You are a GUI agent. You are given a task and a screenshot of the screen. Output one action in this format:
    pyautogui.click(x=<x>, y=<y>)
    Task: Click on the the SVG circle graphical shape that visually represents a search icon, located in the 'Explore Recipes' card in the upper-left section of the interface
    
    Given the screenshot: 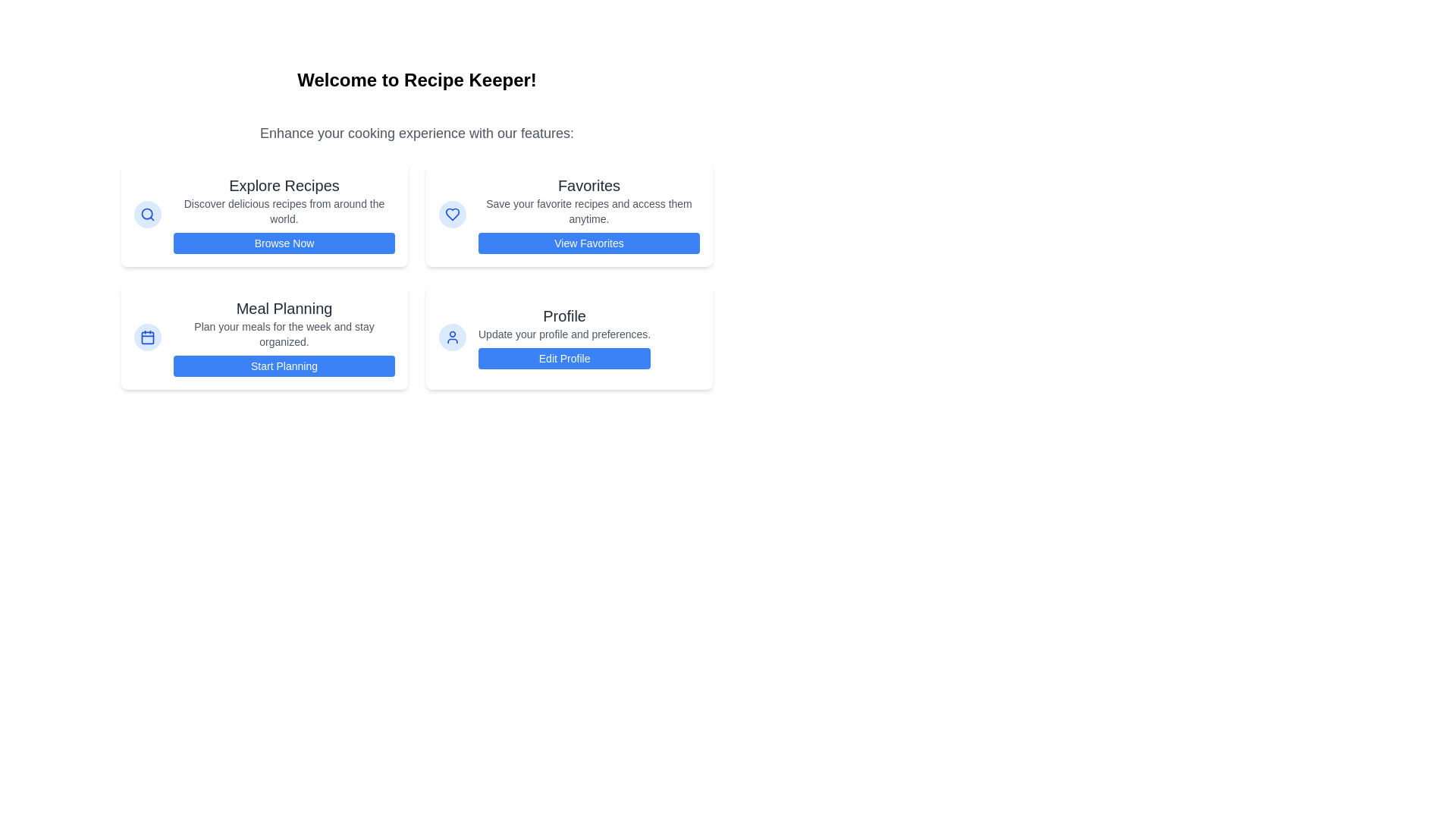 What is the action you would take?
    pyautogui.click(x=147, y=214)
    